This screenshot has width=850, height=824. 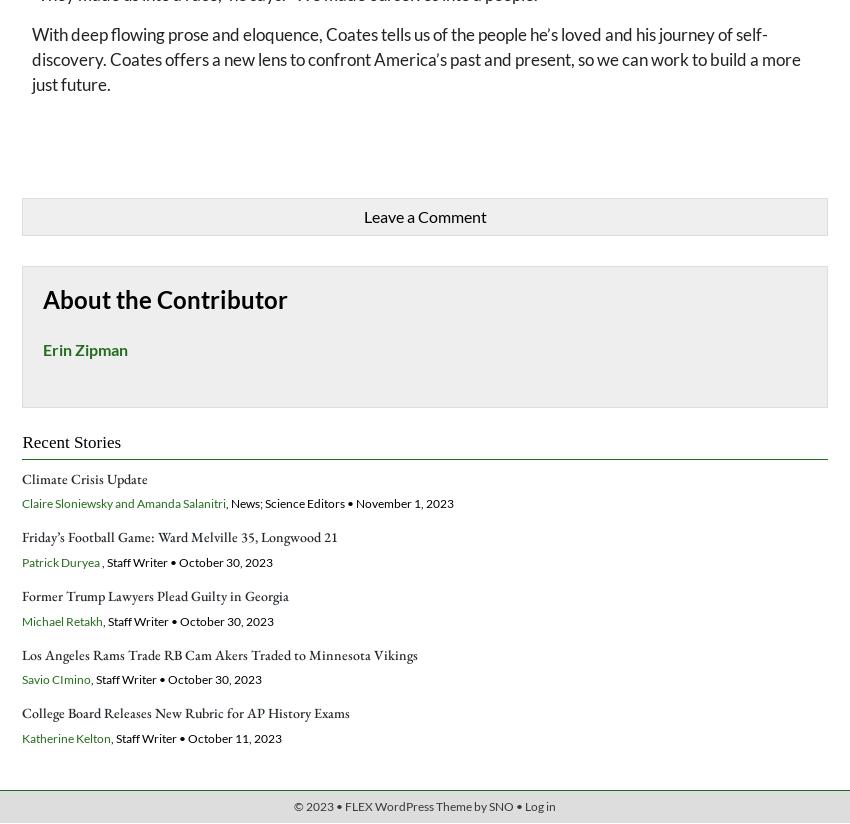 What do you see at coordinates (179, 537) in the screenshot?
I see `'Friday’s Football Game: Ward Melville 35, Longwood 21'` at bounding box center [179, 537].